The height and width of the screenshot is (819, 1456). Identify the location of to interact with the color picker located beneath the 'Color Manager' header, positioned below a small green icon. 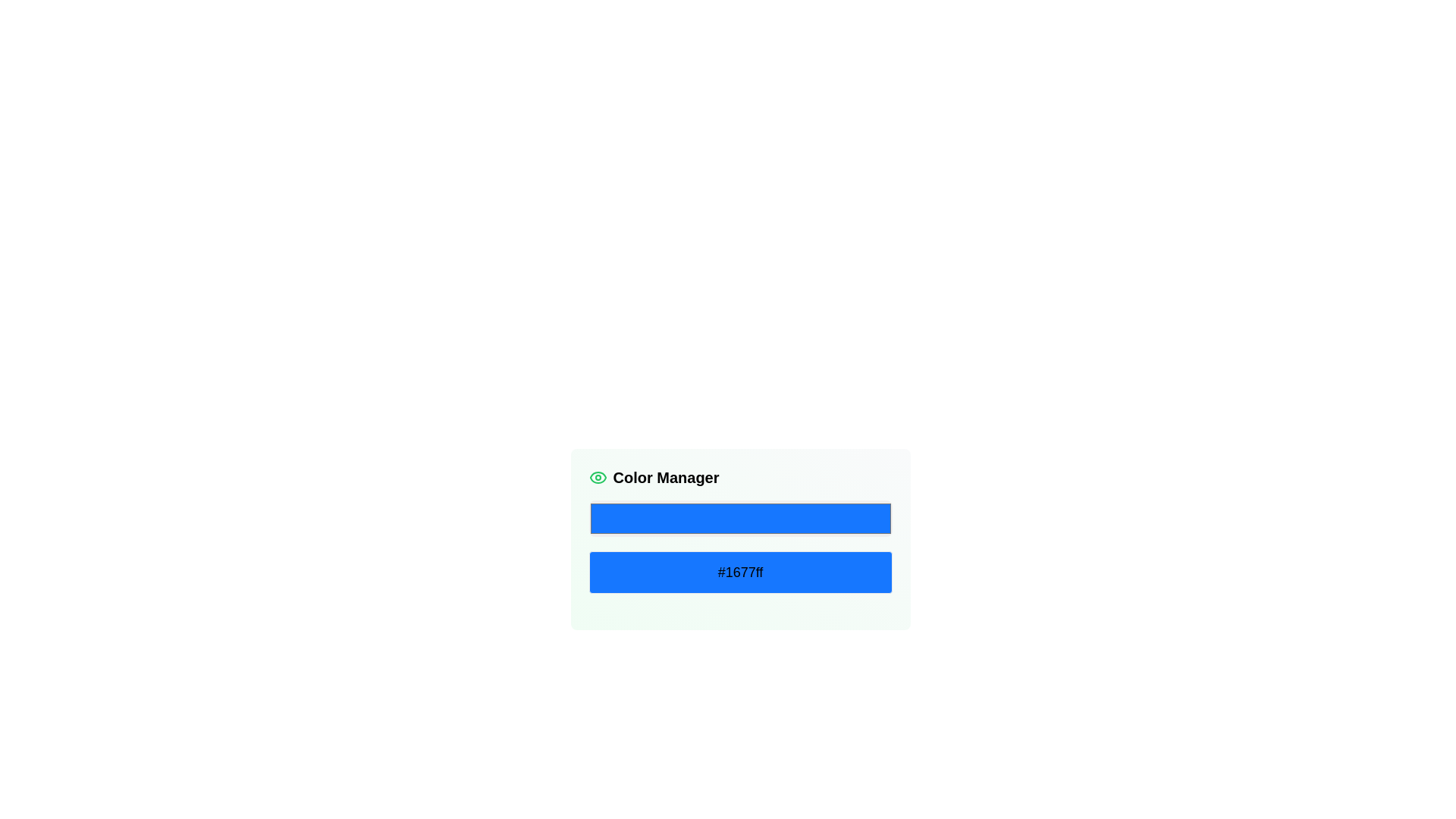
(740, 529).